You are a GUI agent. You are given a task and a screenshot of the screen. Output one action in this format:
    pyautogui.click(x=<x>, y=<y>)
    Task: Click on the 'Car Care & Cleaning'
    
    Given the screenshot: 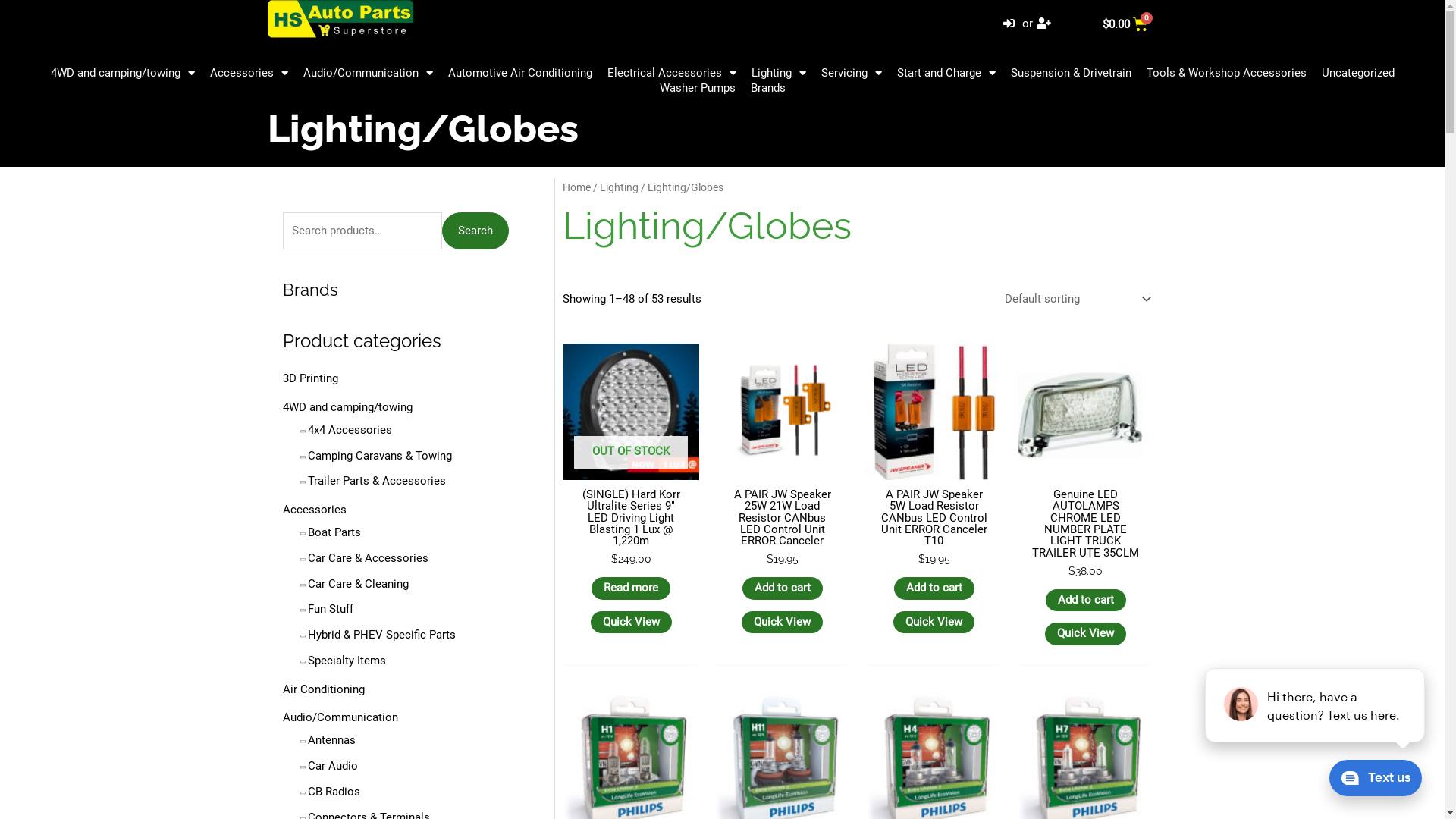 What is the action you would take?
    pyautogui.click(x=357, y=583)
    